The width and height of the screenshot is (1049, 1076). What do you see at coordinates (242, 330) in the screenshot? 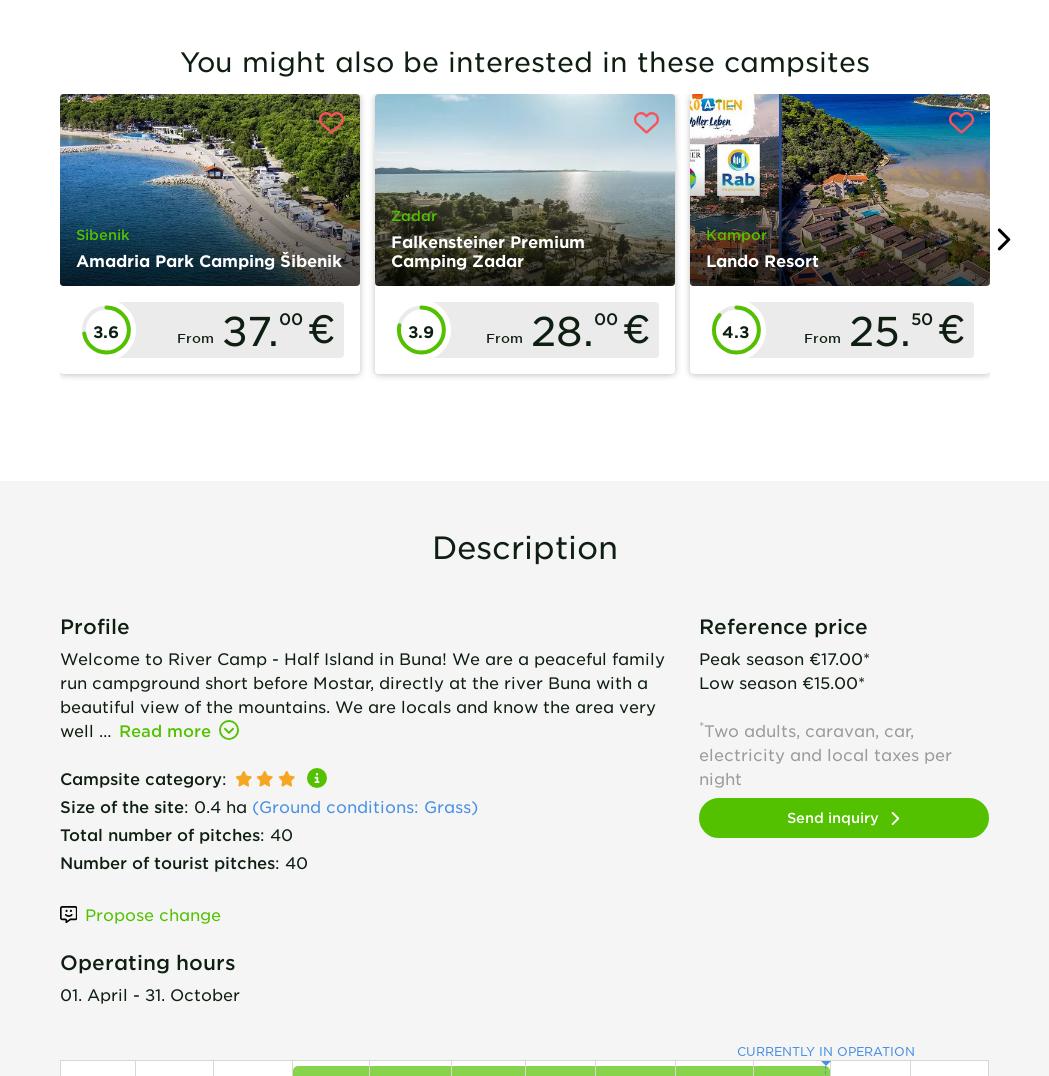
I see `'37'` at bounding box center [242, 330].